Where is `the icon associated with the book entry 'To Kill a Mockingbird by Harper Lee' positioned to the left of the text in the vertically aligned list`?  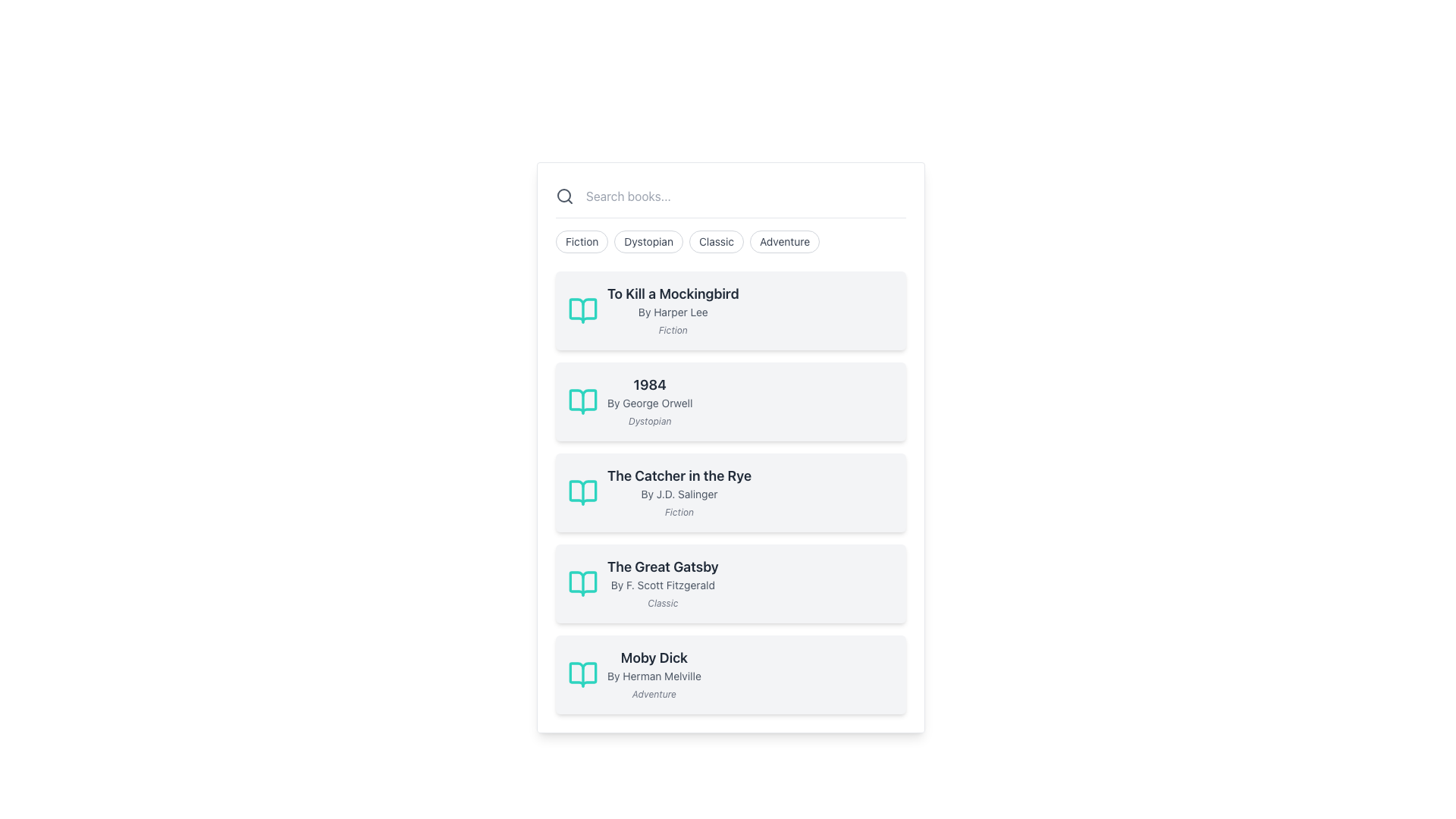
the icon associated with the book entry 'To Kill a Mockingbird by Harper Lee' positioned to the left of the text in the vertically aligned list is located at coordinates (582, 309).